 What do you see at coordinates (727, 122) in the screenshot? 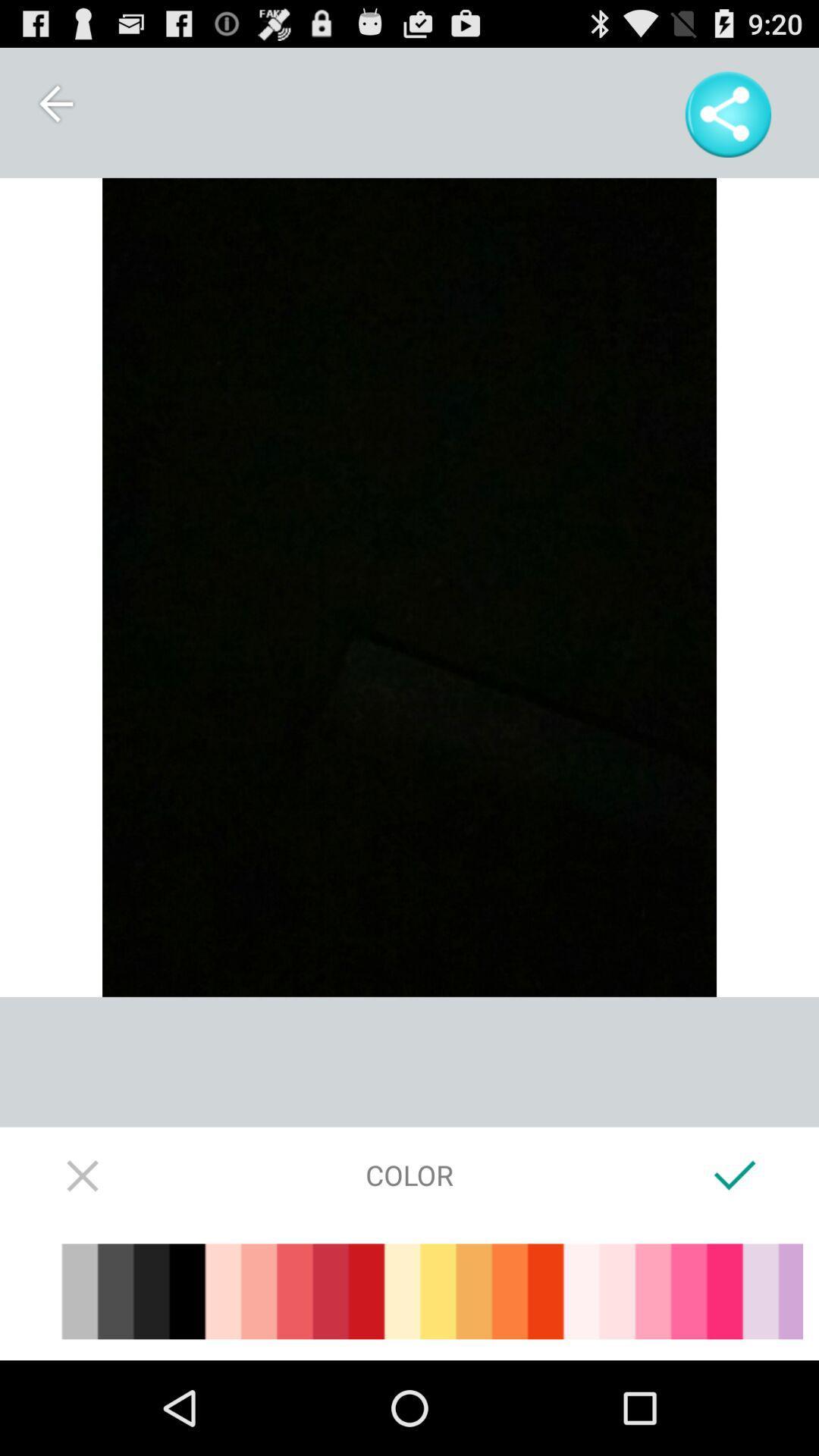
I see `the share icon` at bounding box center [727, 122].